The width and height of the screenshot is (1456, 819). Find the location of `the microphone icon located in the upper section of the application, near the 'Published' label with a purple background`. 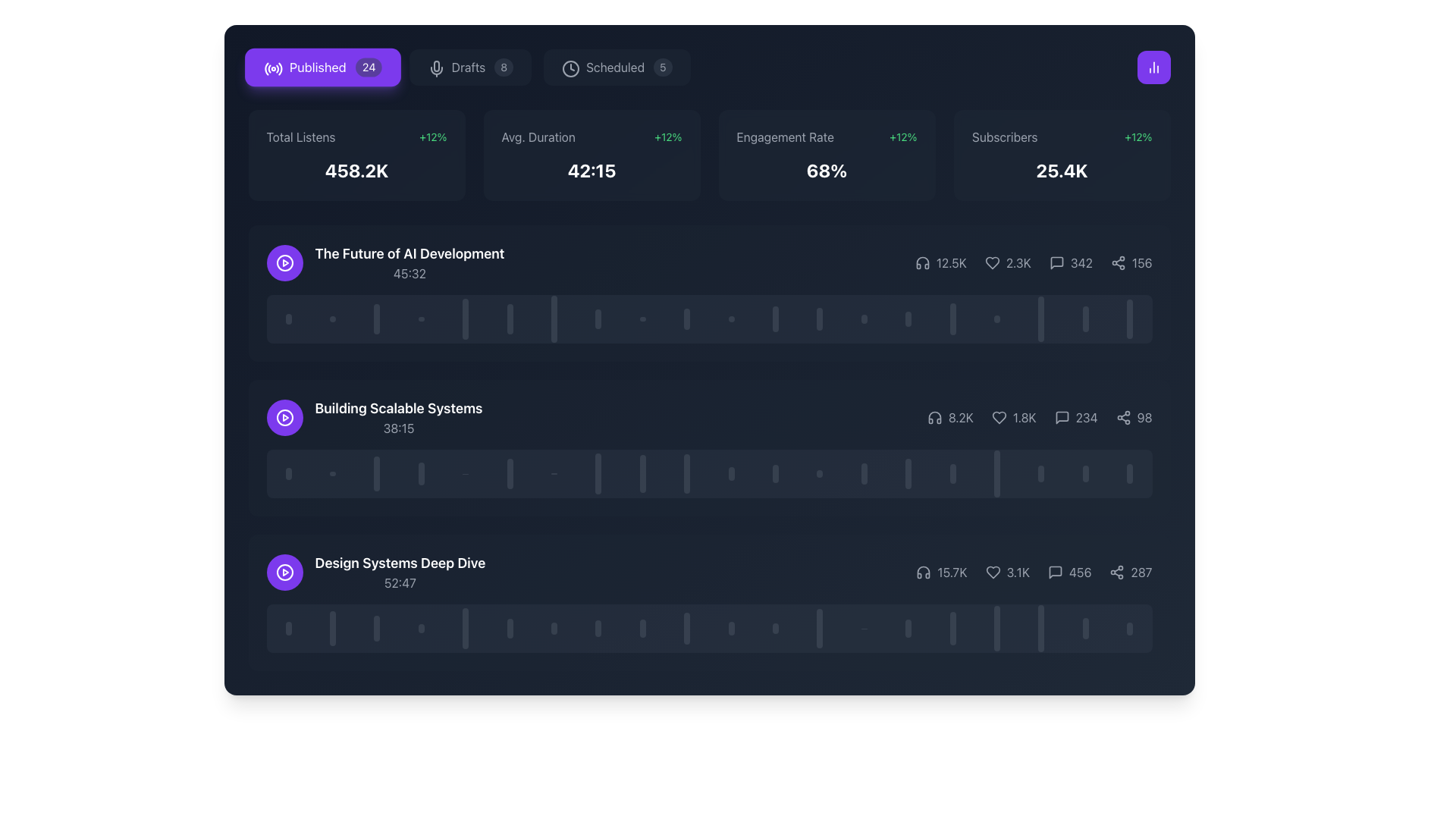

the microphone icon located in the upper section of the application, near the 'Published' label with a purple background is located at coordinates (435, 65).